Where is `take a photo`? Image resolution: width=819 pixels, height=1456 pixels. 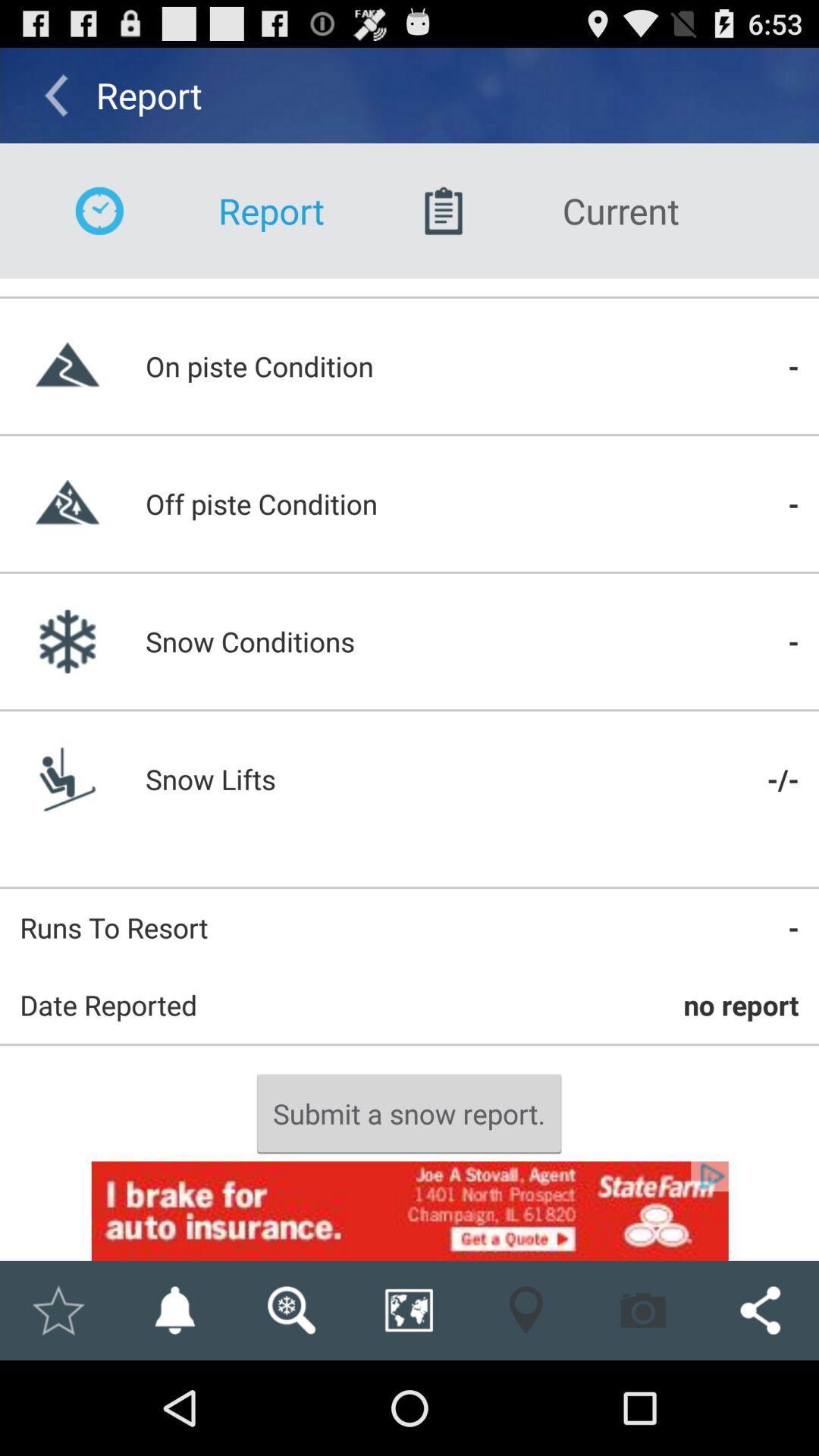
take a photo is located at coordinates (643, 1310).